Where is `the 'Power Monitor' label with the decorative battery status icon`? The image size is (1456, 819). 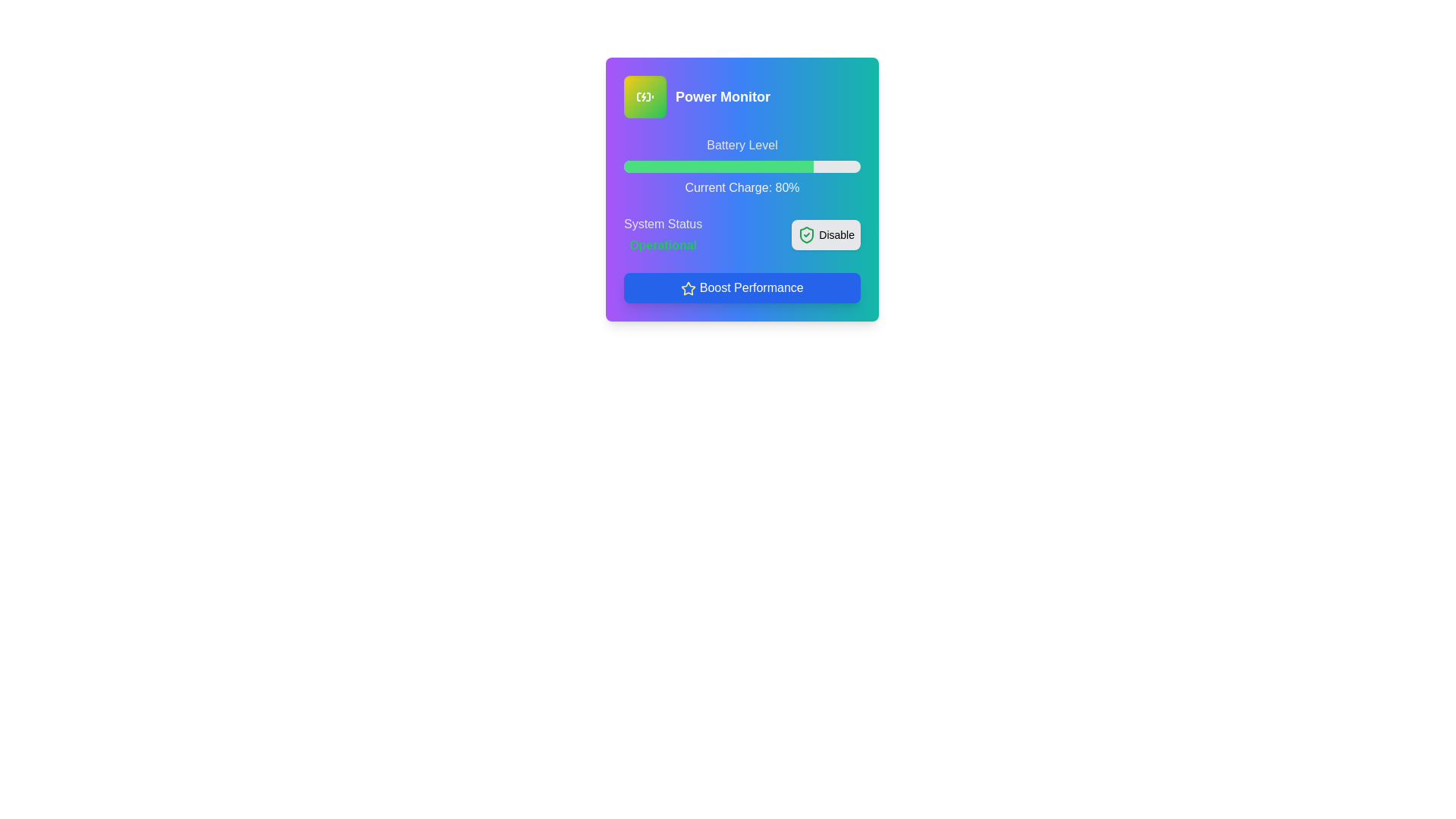 the 'Power Monitor' label with the decorative battery status icon is located at coordinates (742, 96).